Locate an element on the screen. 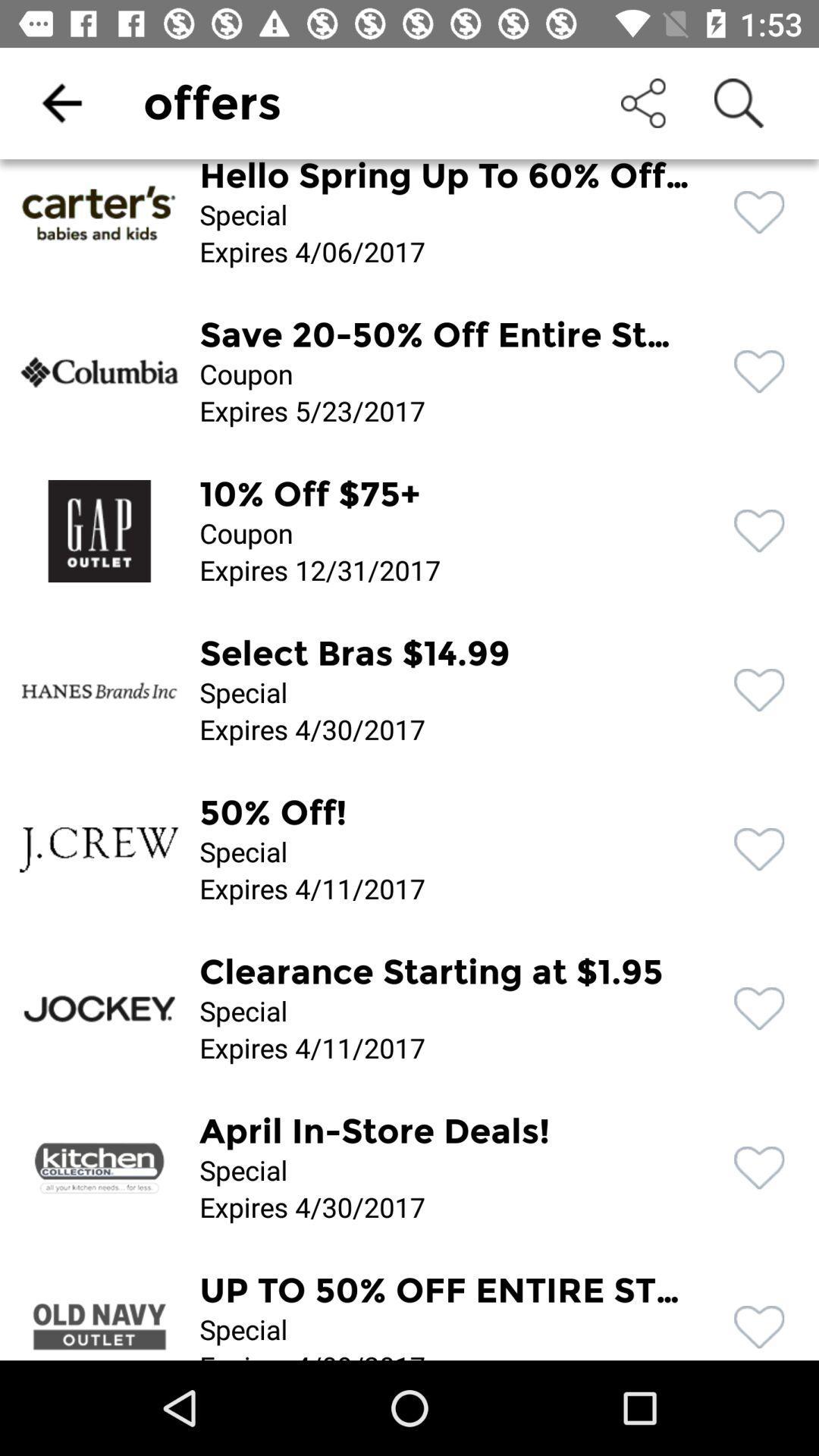  the item next to offers icon is located at coordinates (61, 102).